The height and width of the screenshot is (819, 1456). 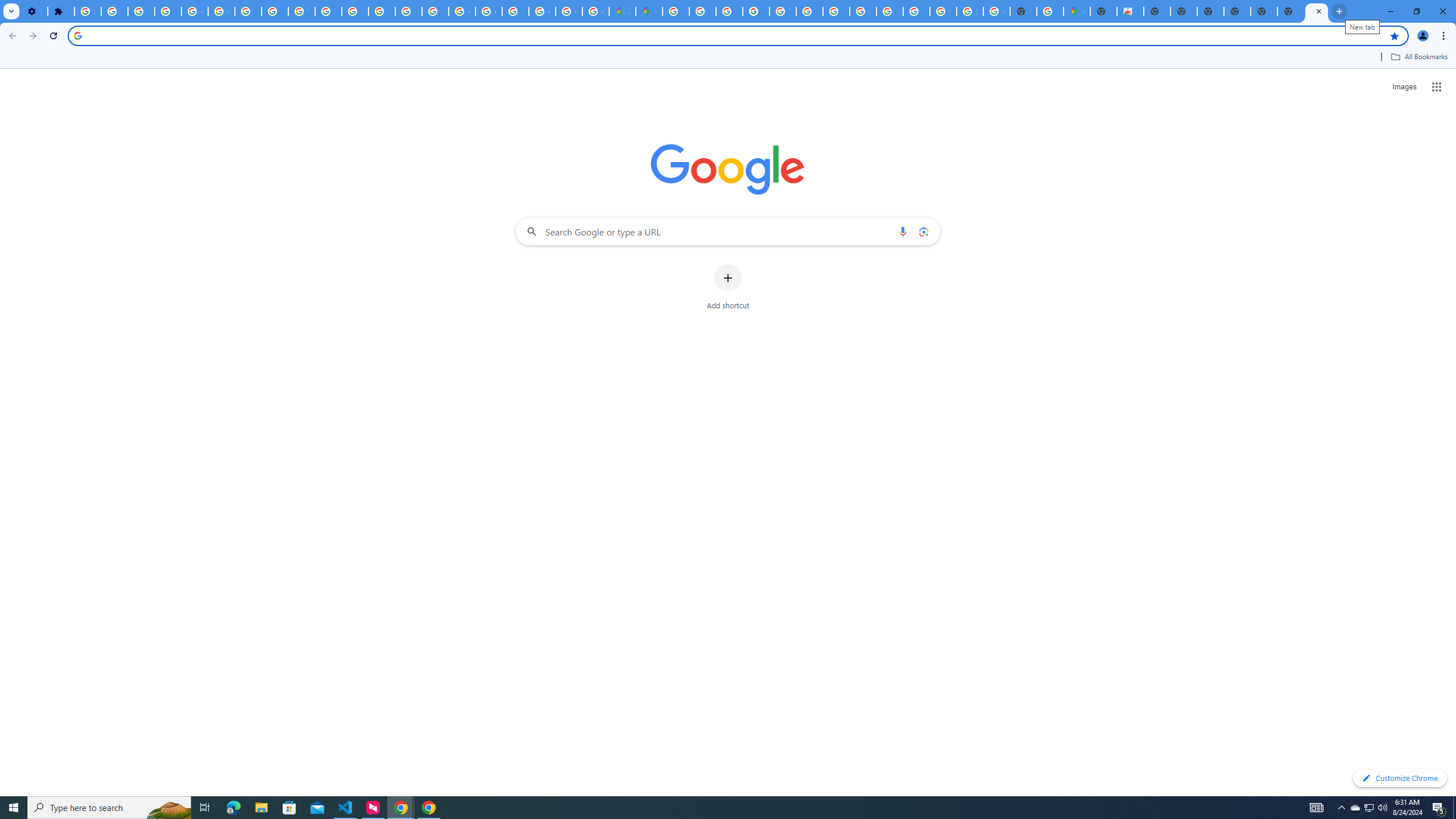 What do you see at coordinates (301, 11) in the screenshot?
I see `'YouTube'` at bounding box center [301, 11].